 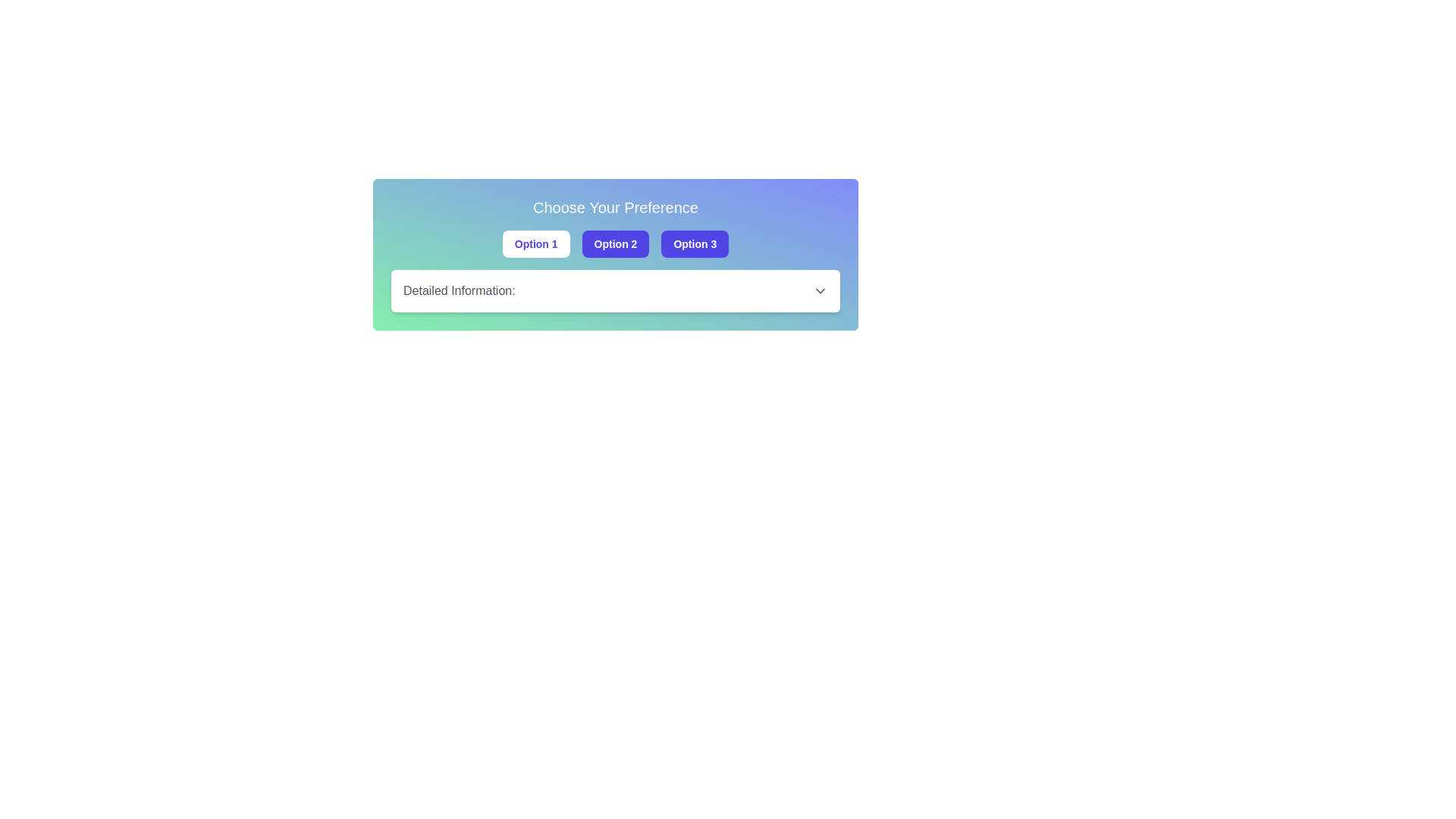 I want to click on the downward-facing chevron icon, which is a simple outline styled in gray, positioned to the right of the text 'Detailed Information:' in the interface, so click(x=819, y=291).